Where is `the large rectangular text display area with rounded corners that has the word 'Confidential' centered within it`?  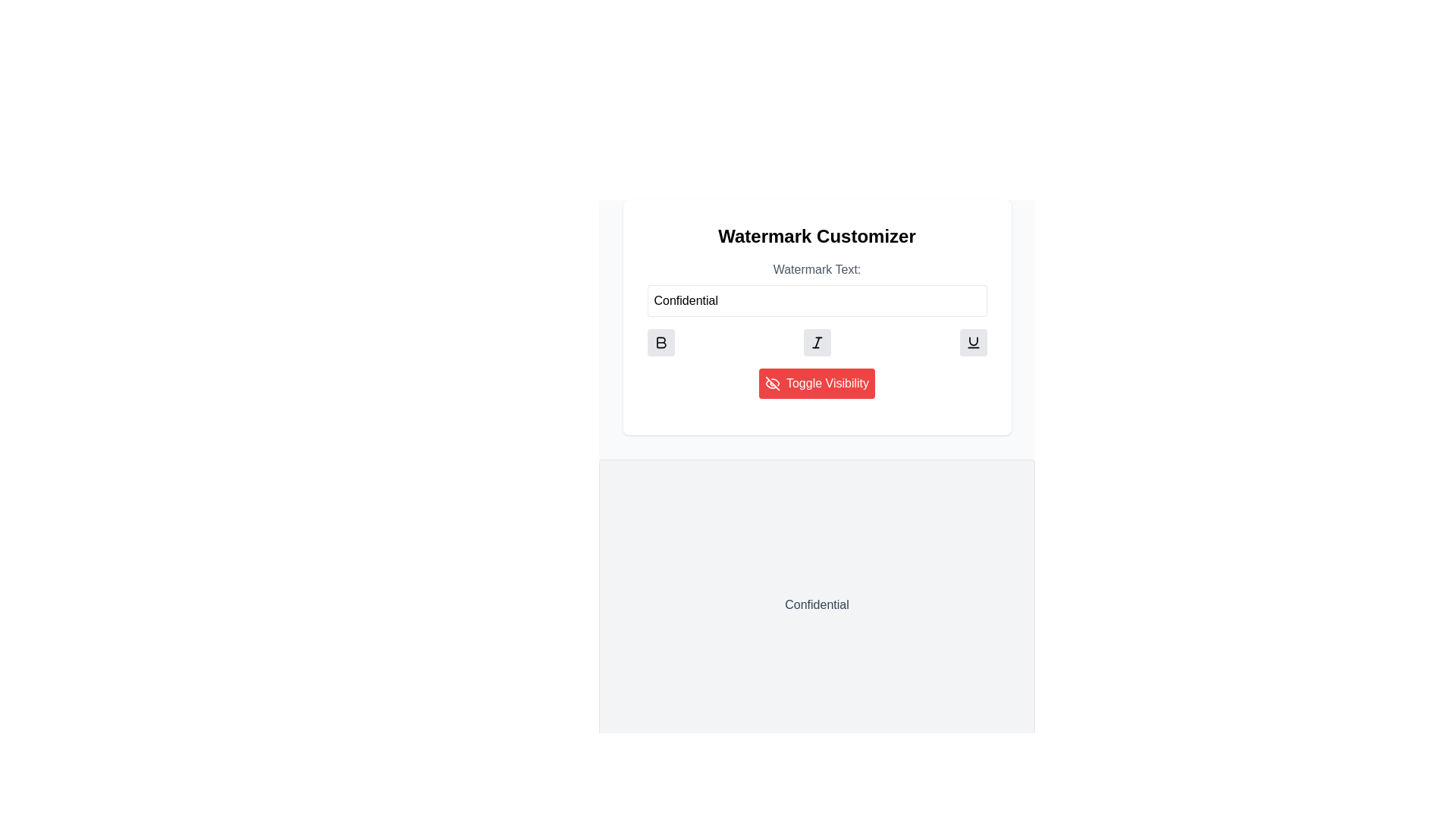
the large rectangular text display area with rounded corners that has the word 'Confidential' centered within it is located at coordinates (816, 604).